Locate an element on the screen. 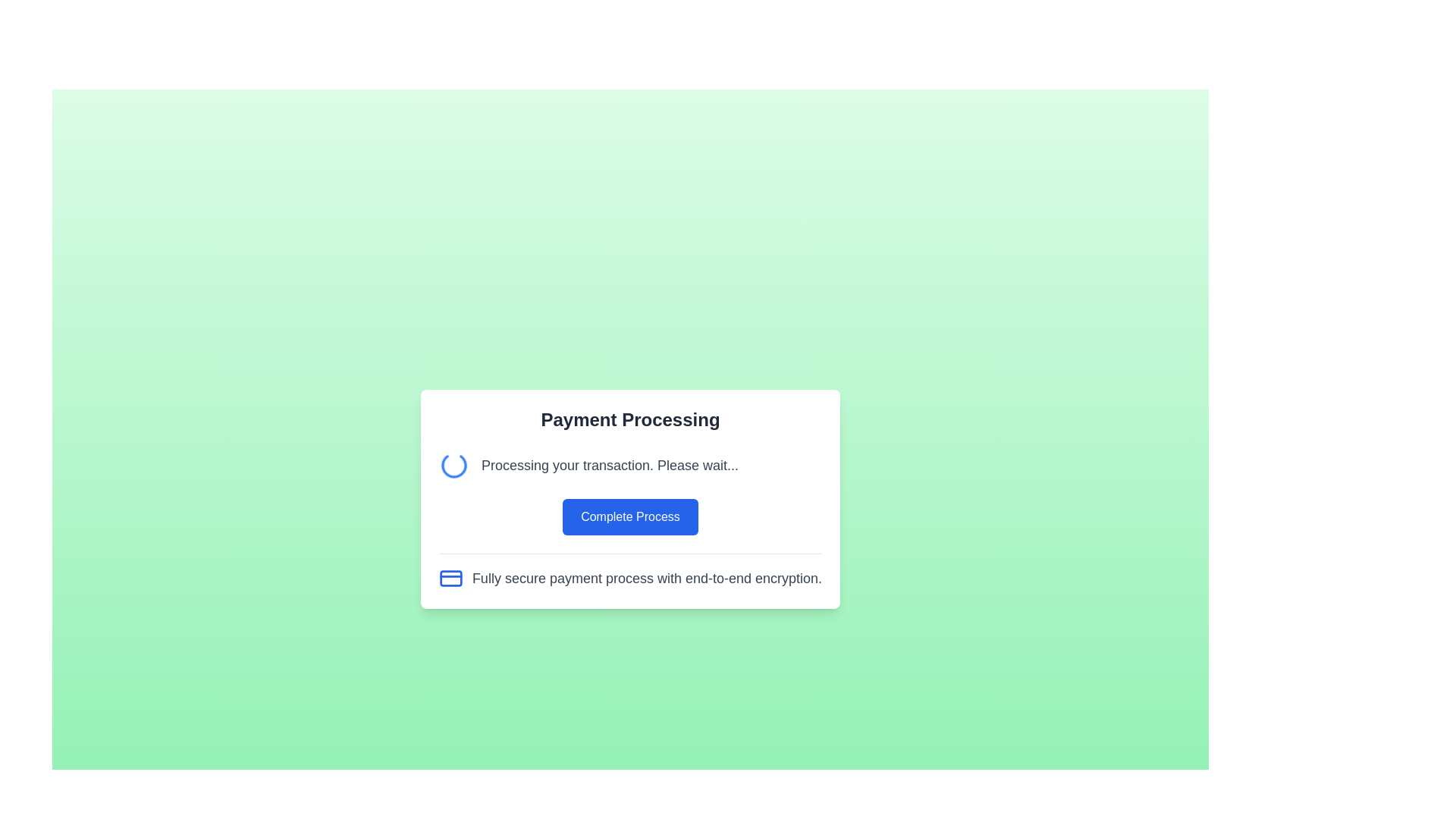  the 'Complete Process' button is located at coordinates (630, 499).